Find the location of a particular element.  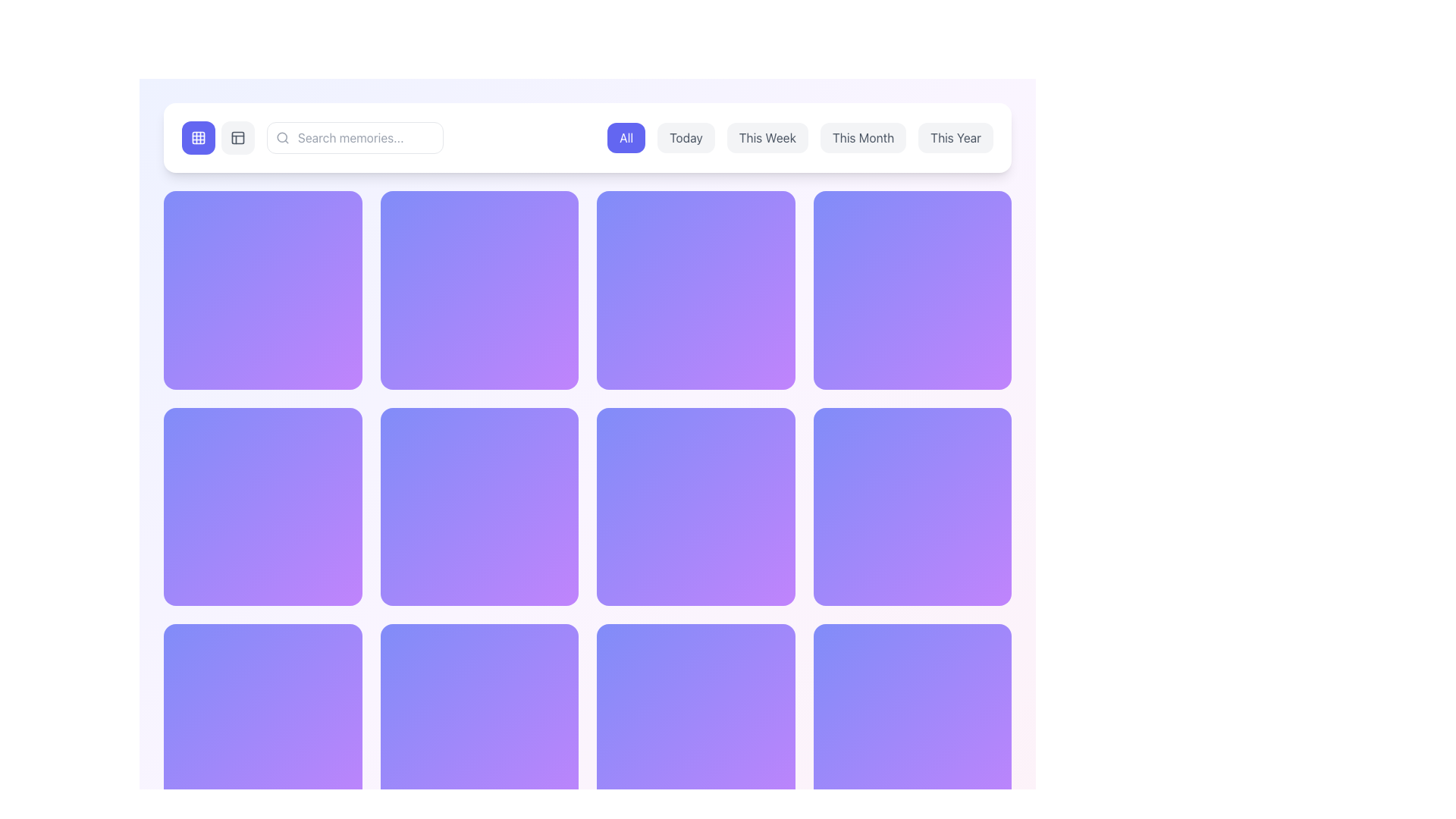

the circular 'Share' button located at the bottom-middle of the card is located at coordinates (304, 648).